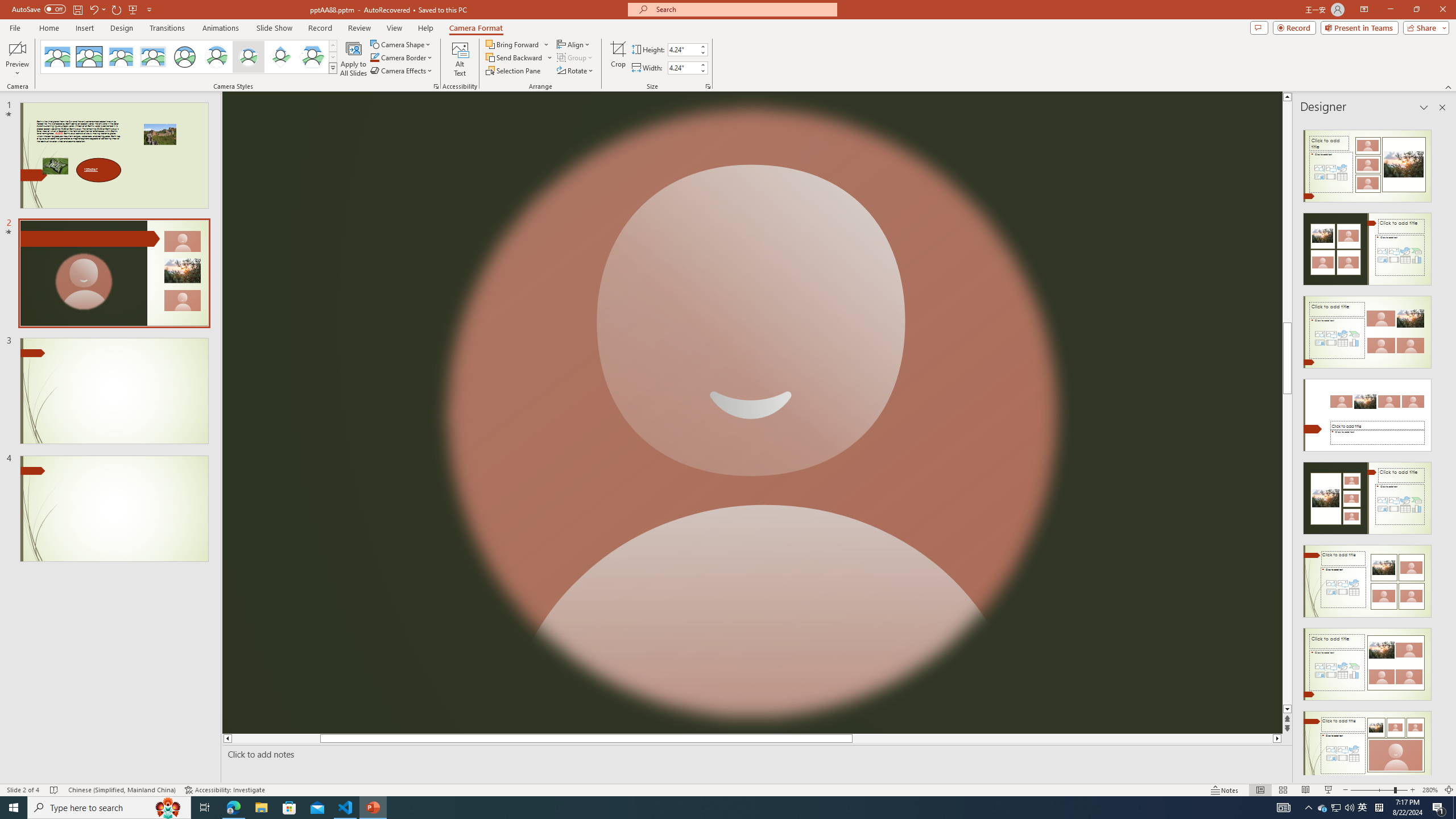 The width and height of the screenshot is (1456, 819). What do you see at coordinates (6, 5) in the screenshot?
I see `'System'` at bounding box center [6, 5].